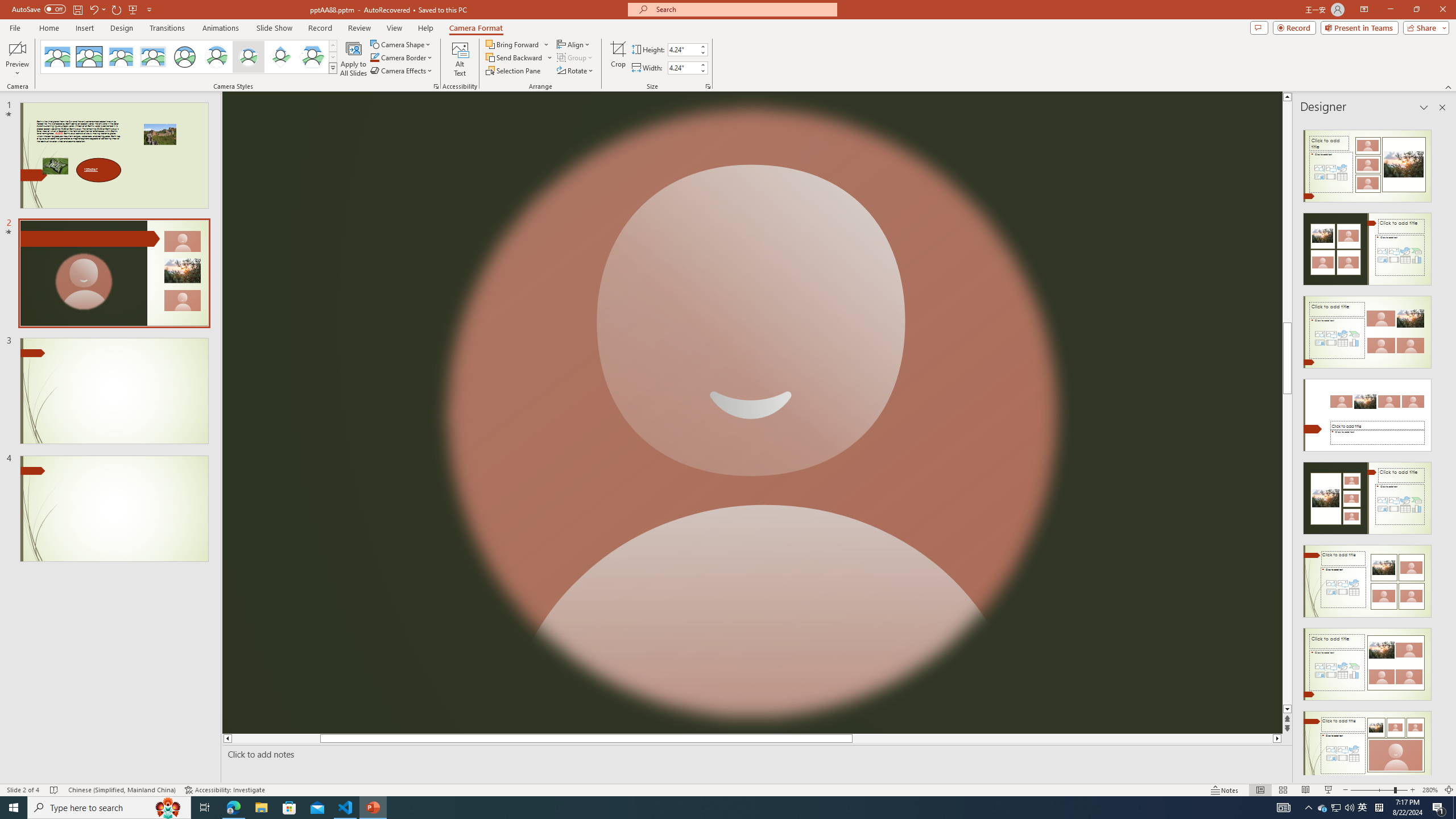 The width and height of the screenshot is (1456, 819). What do you see at coordinates (6, 5) in the screenshot?
I see `'System'` at bounding box center [6, 5].